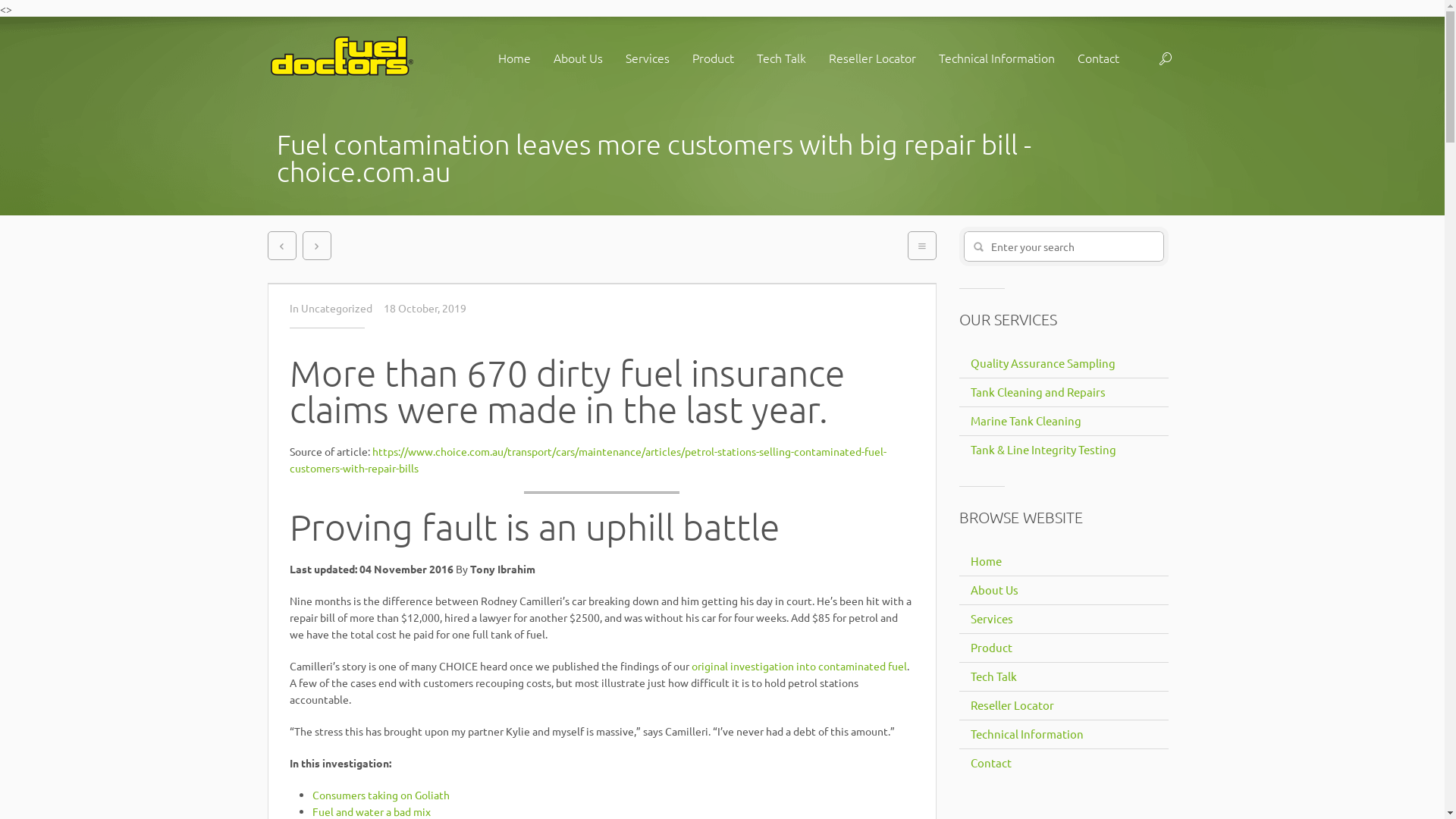  Describe the element at coordinates (988, 763) in the screenshot. I see `'Contact'` at that location.